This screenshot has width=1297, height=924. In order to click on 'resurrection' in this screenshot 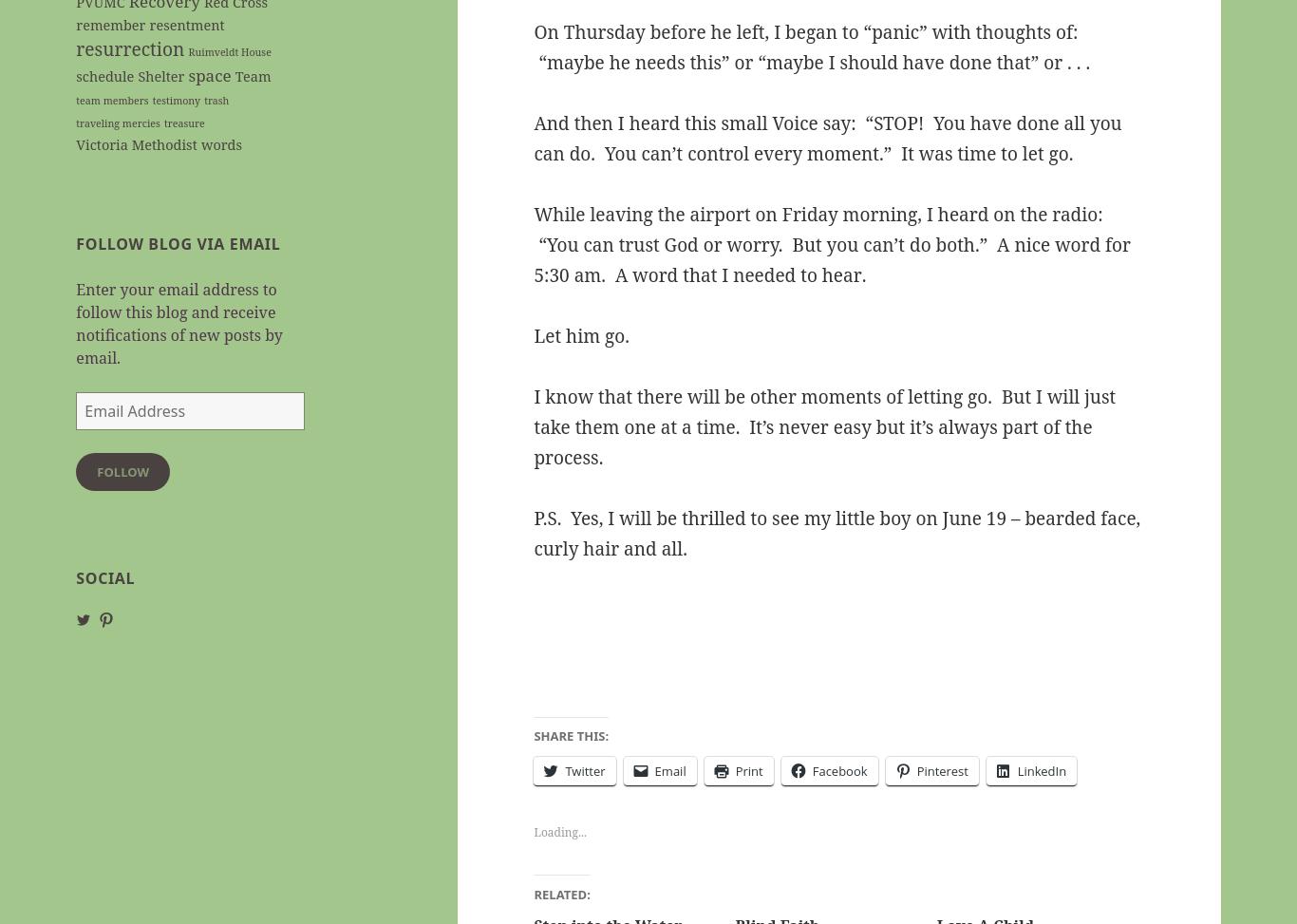, I will do `click(76, 48)`.